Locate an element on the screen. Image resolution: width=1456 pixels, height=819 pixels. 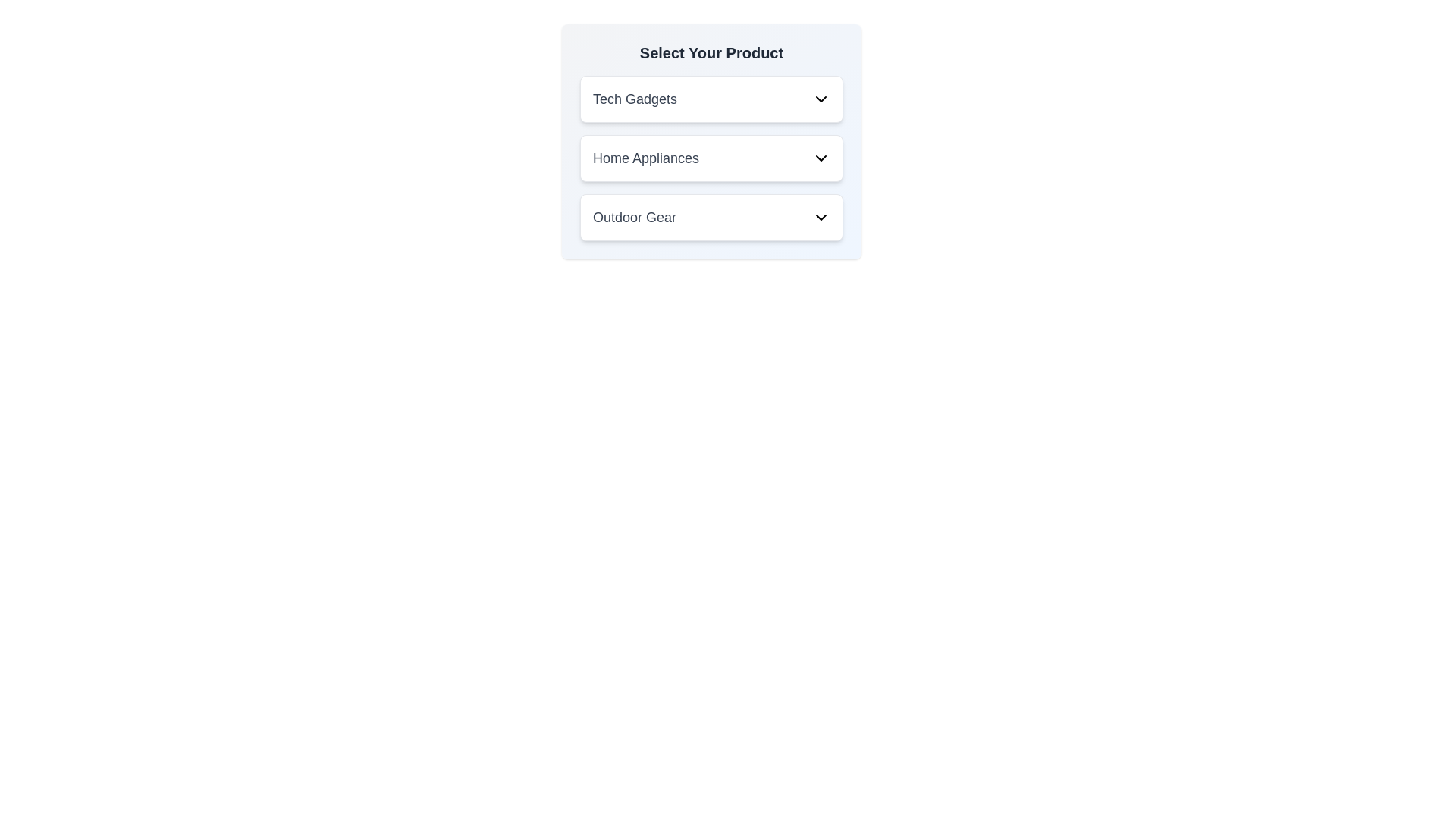
the dropdown menu for 'Home Appliances' located below 'Tech Gadgets' and above 'Outdoor Gear' is located at coordinates (711, 141).